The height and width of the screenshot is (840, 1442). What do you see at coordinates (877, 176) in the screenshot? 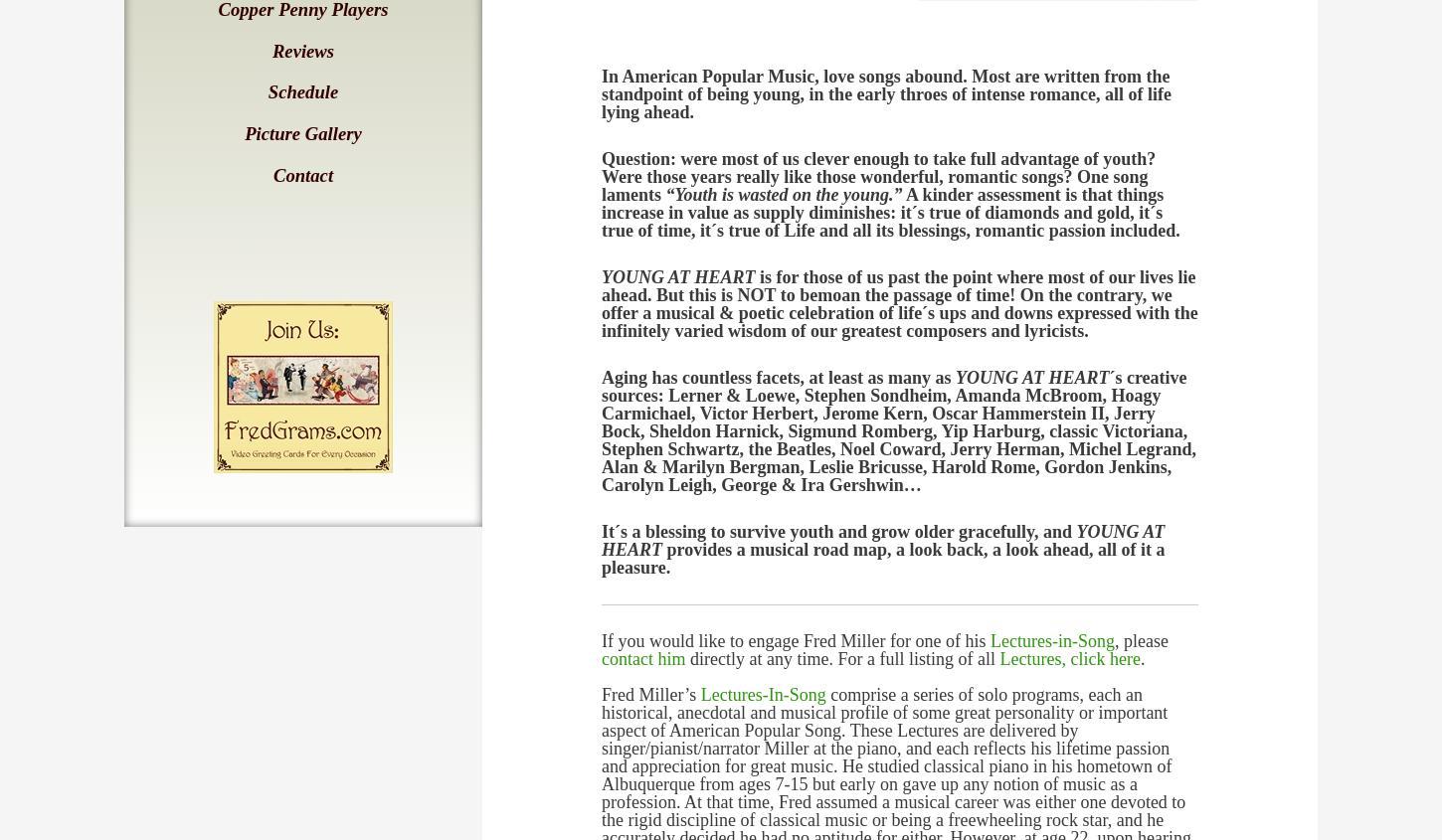
I see `'Question: were most of us clever enough to take full advantage of youth? Were those years really like those wonderful, romantic songs? One song laments'` at bounding box center [877, 176].